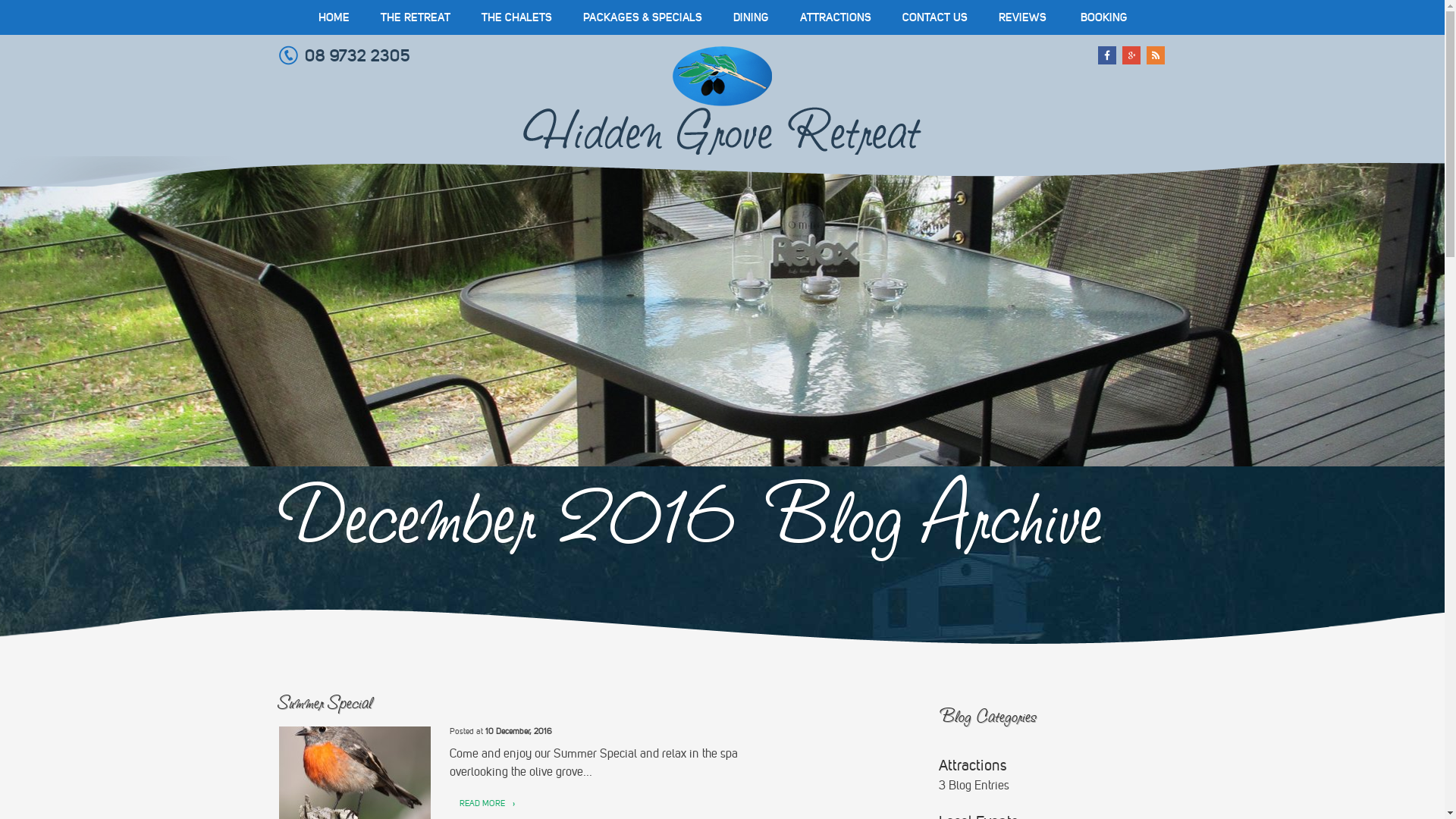 The height and width of the screenshot is (819, 1456). I want to click on 'BOOKING', so click(1103, 17).